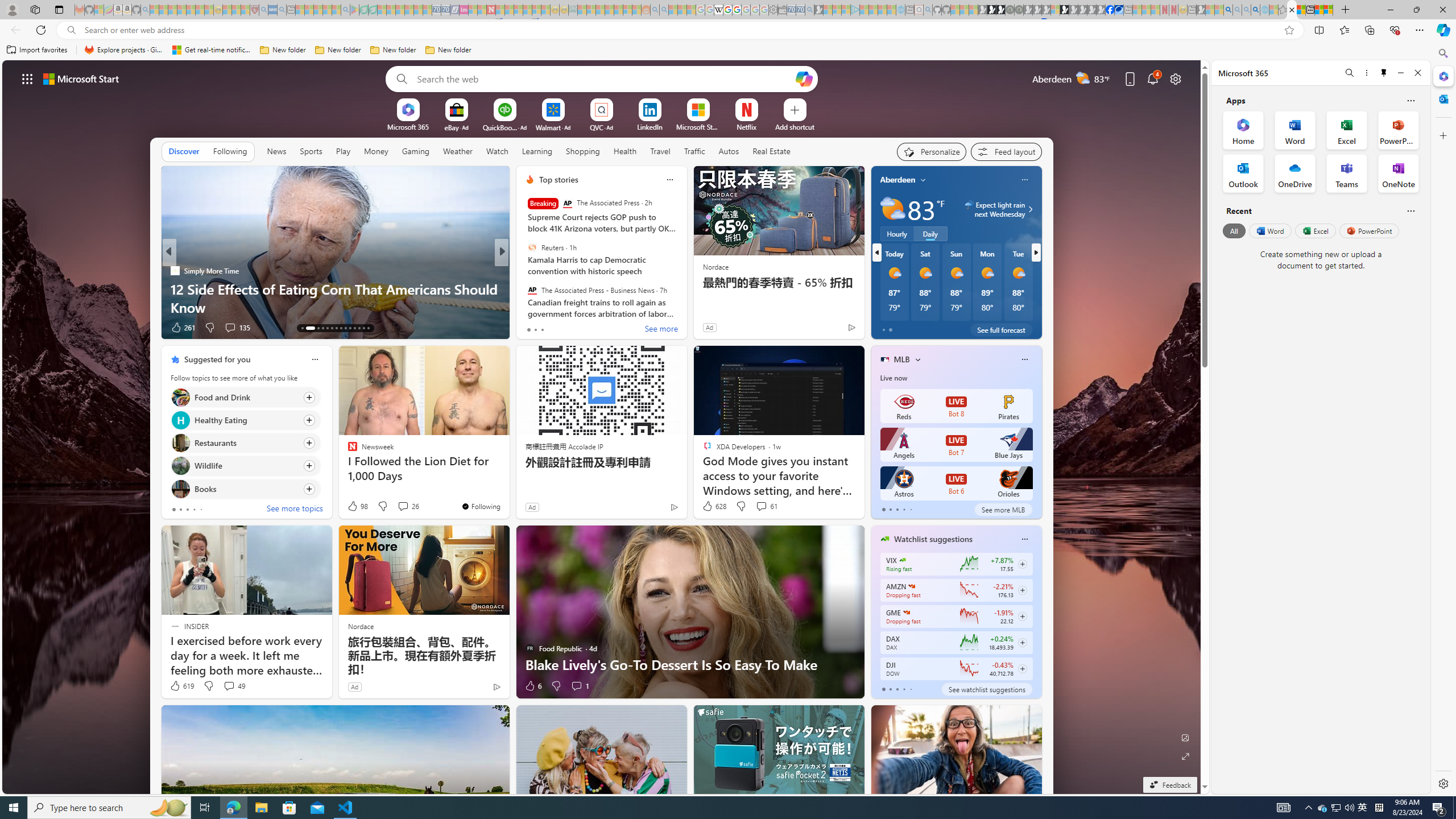 This screenshot has height=819, width=1456. What do you see at coordinates (580, 326) in the screenshot?
I see `'View comments 13 Comment'` at bounding box center [580, 326].